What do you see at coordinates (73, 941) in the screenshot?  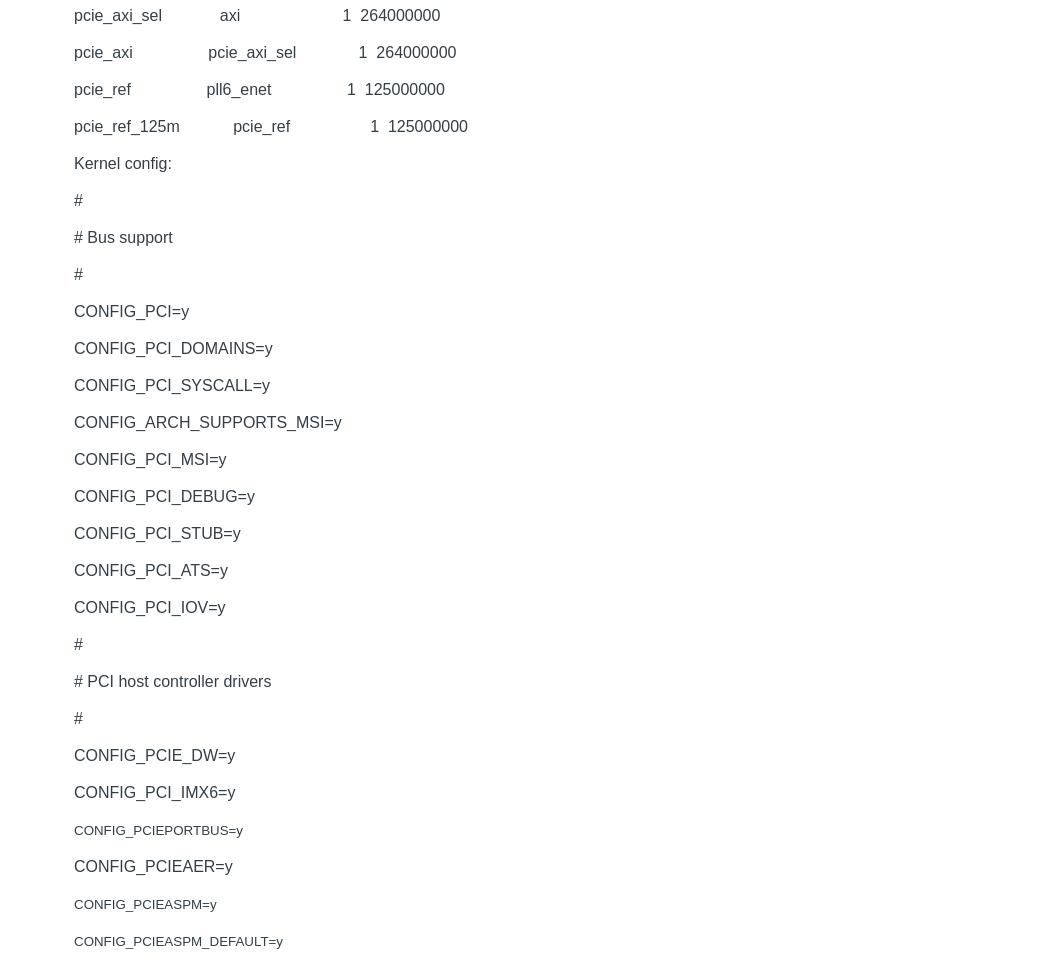 I see `'CONFIG_PCIEASPM_DEFAULT=y'` at bounding box center [73, 941].